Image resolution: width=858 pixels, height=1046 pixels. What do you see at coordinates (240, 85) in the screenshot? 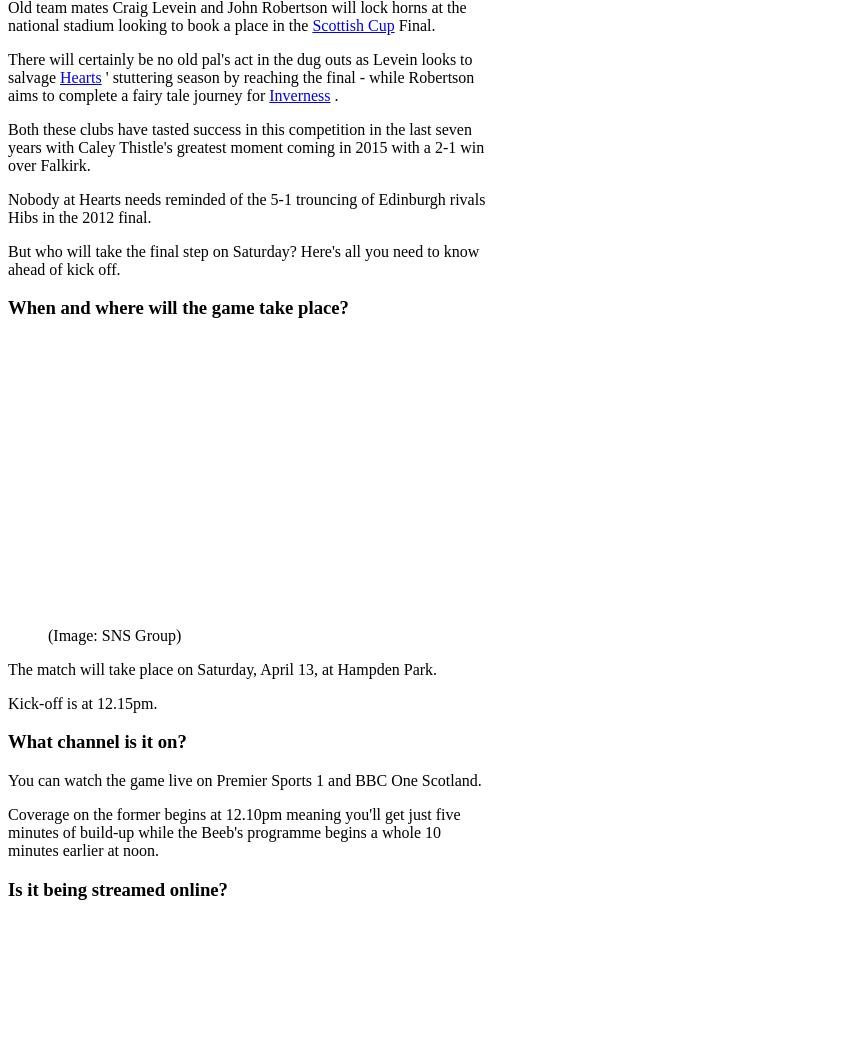
I see `'' stuttering season by reaching the final - while Robertson aims to complete a fairy tale journey for'` at bounding box center [240, 85].